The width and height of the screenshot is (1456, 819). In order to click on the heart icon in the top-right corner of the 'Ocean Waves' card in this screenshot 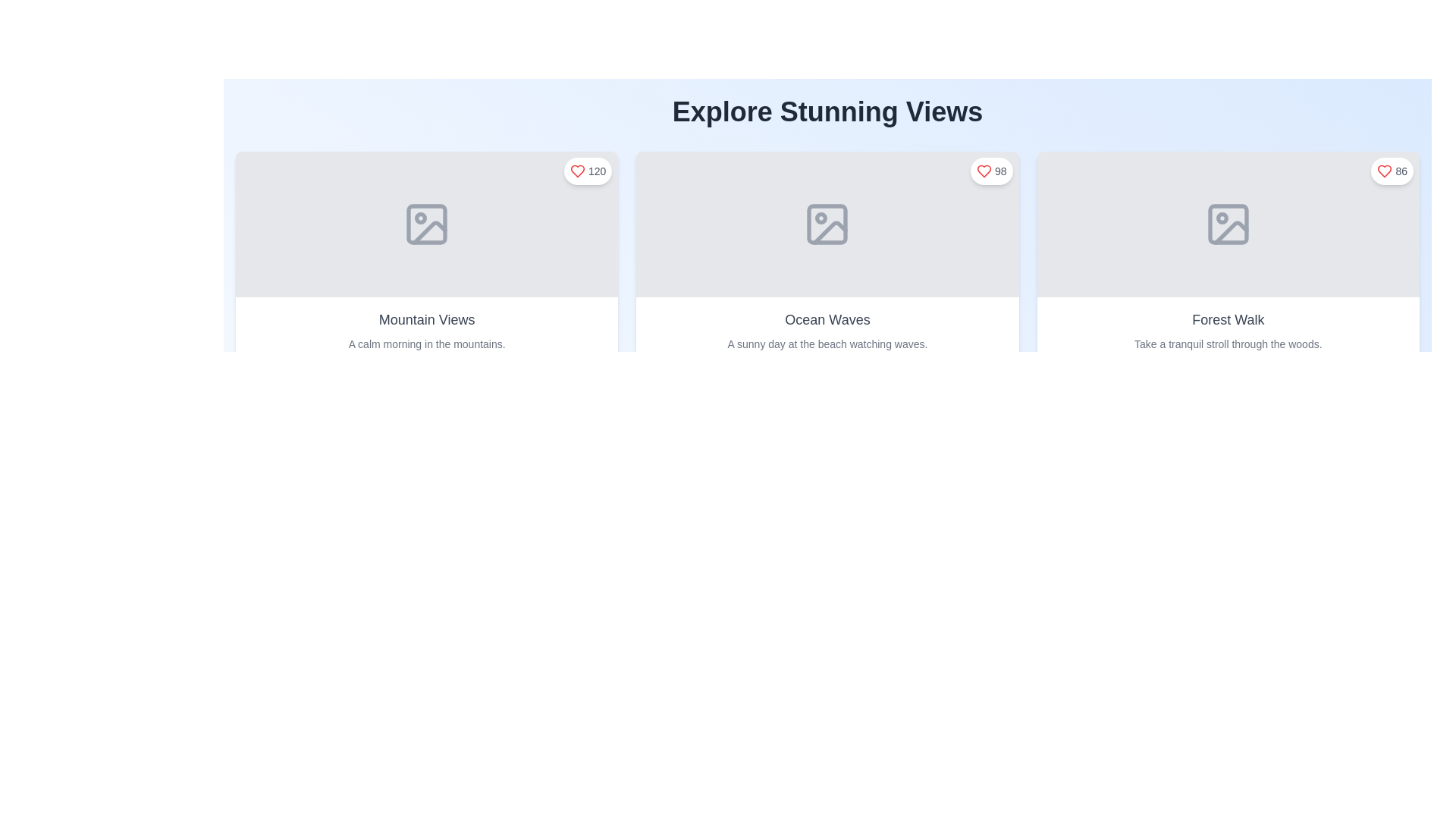, I will do `click(984, 171)`.